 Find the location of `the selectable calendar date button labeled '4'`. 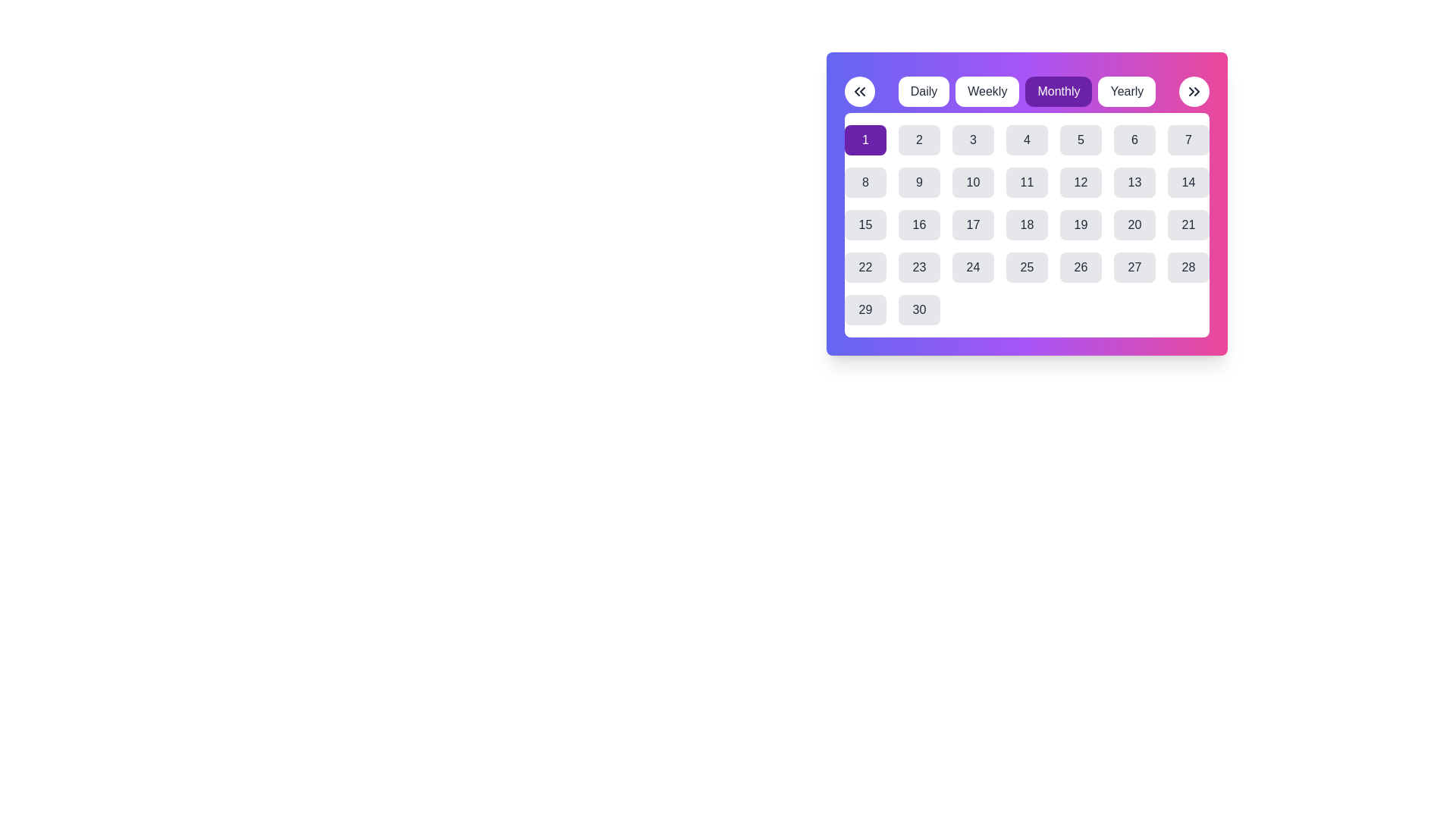

the selectable calendar date button labeled '4' is located at coordinates (1027, 140).